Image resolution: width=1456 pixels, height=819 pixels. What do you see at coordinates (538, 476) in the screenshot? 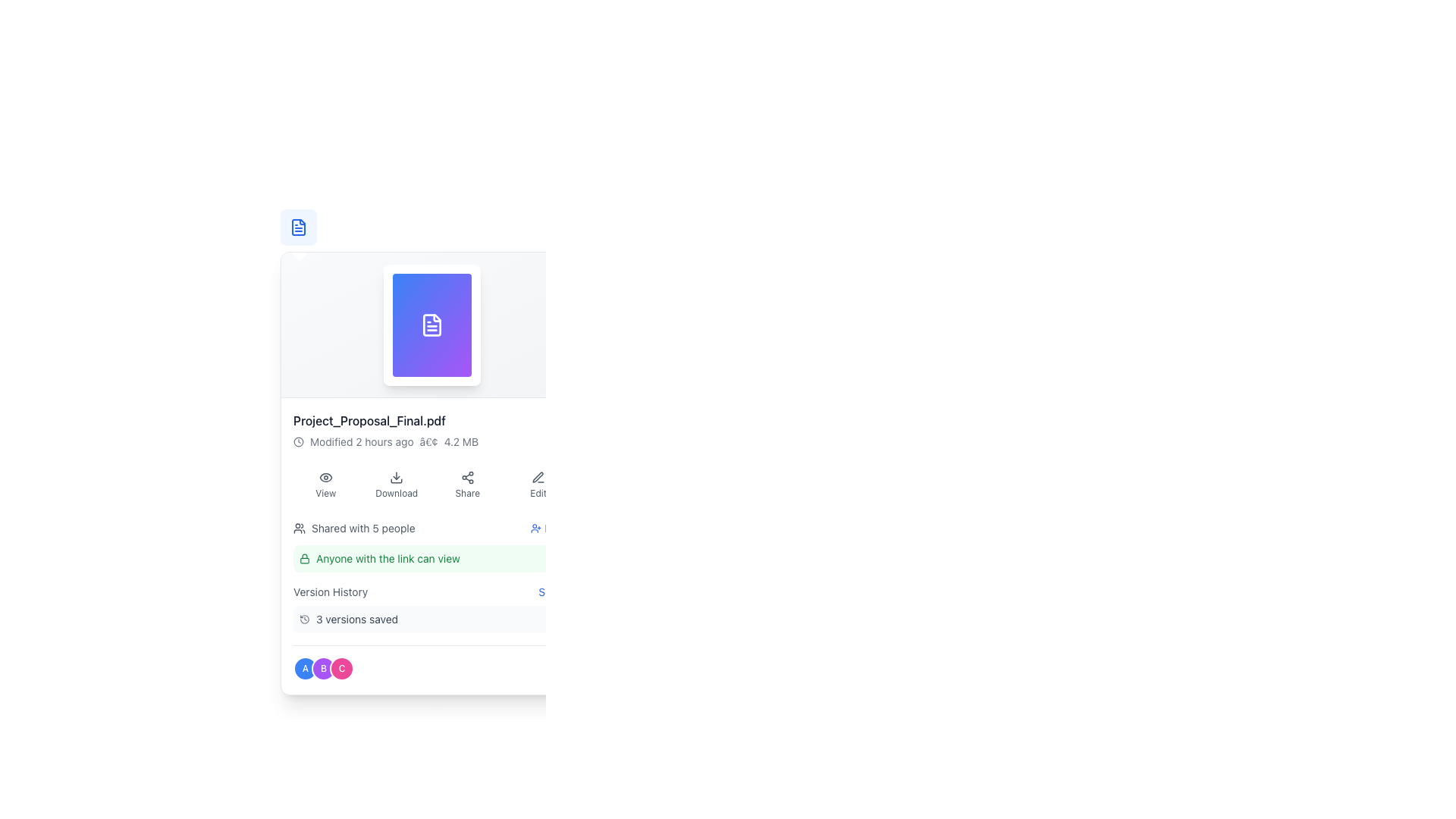
I see `the curved line element of the pencil-shaped edit icon located in the top-right corner of the toolbar interface for visual feedback` at bounding box center [538, 476].